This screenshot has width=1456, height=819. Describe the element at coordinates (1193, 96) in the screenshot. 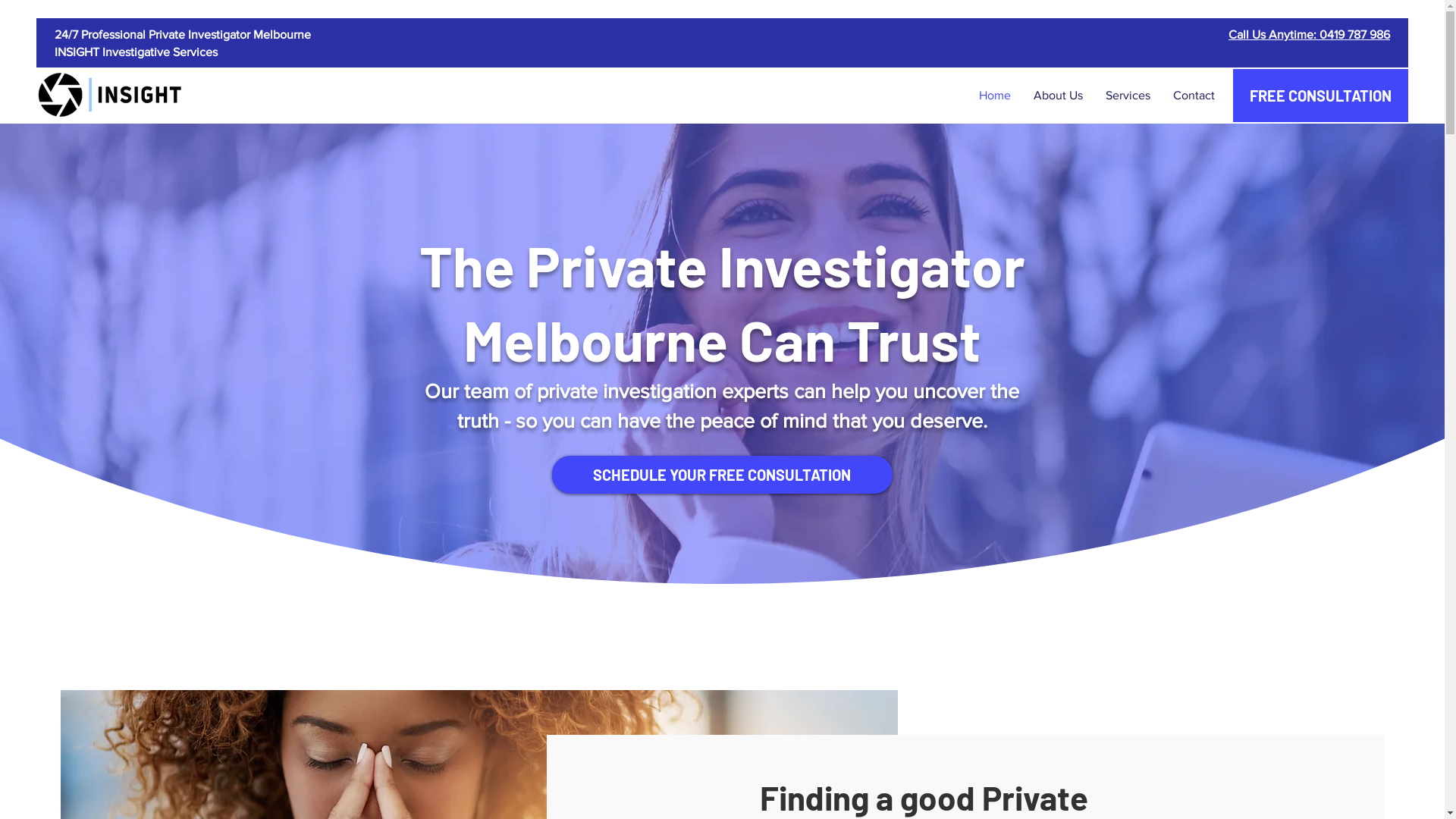

I see `'Contact'` at that location.